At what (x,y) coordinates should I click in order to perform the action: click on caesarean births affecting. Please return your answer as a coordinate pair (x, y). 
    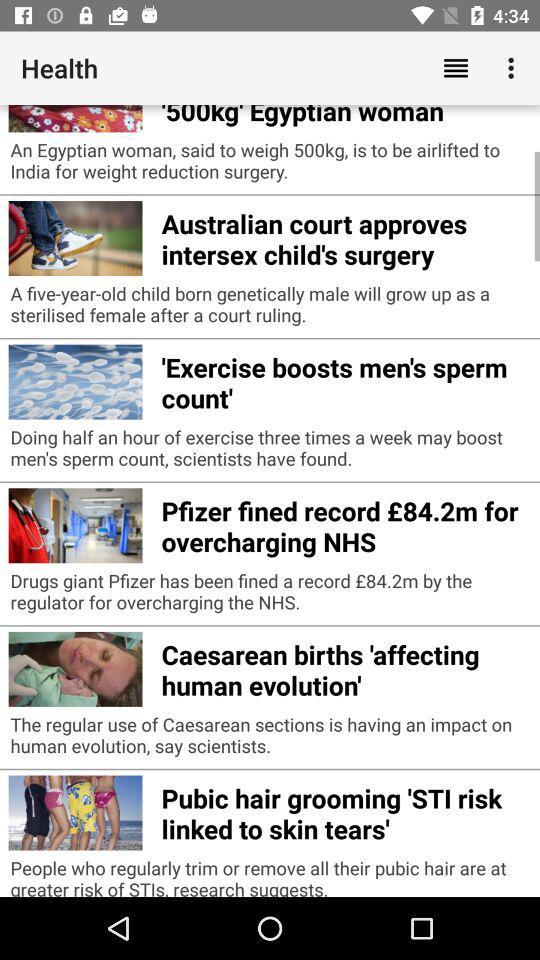
    Looking at the image, I should click on (344, 667).